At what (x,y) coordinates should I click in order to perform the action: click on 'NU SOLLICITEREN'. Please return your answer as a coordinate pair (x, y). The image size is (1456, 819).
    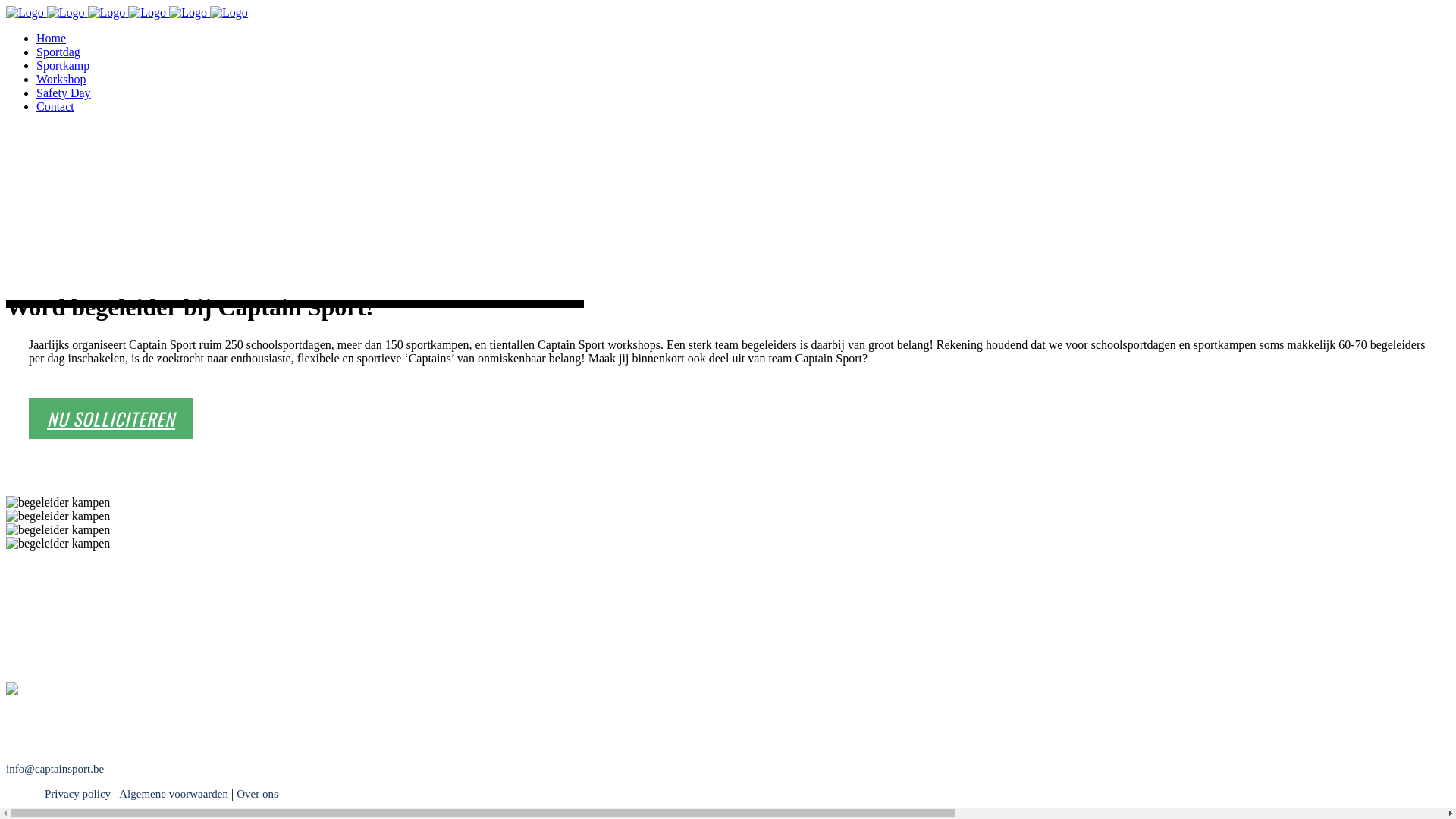
    Looking at the image, I should click on (110, 418).